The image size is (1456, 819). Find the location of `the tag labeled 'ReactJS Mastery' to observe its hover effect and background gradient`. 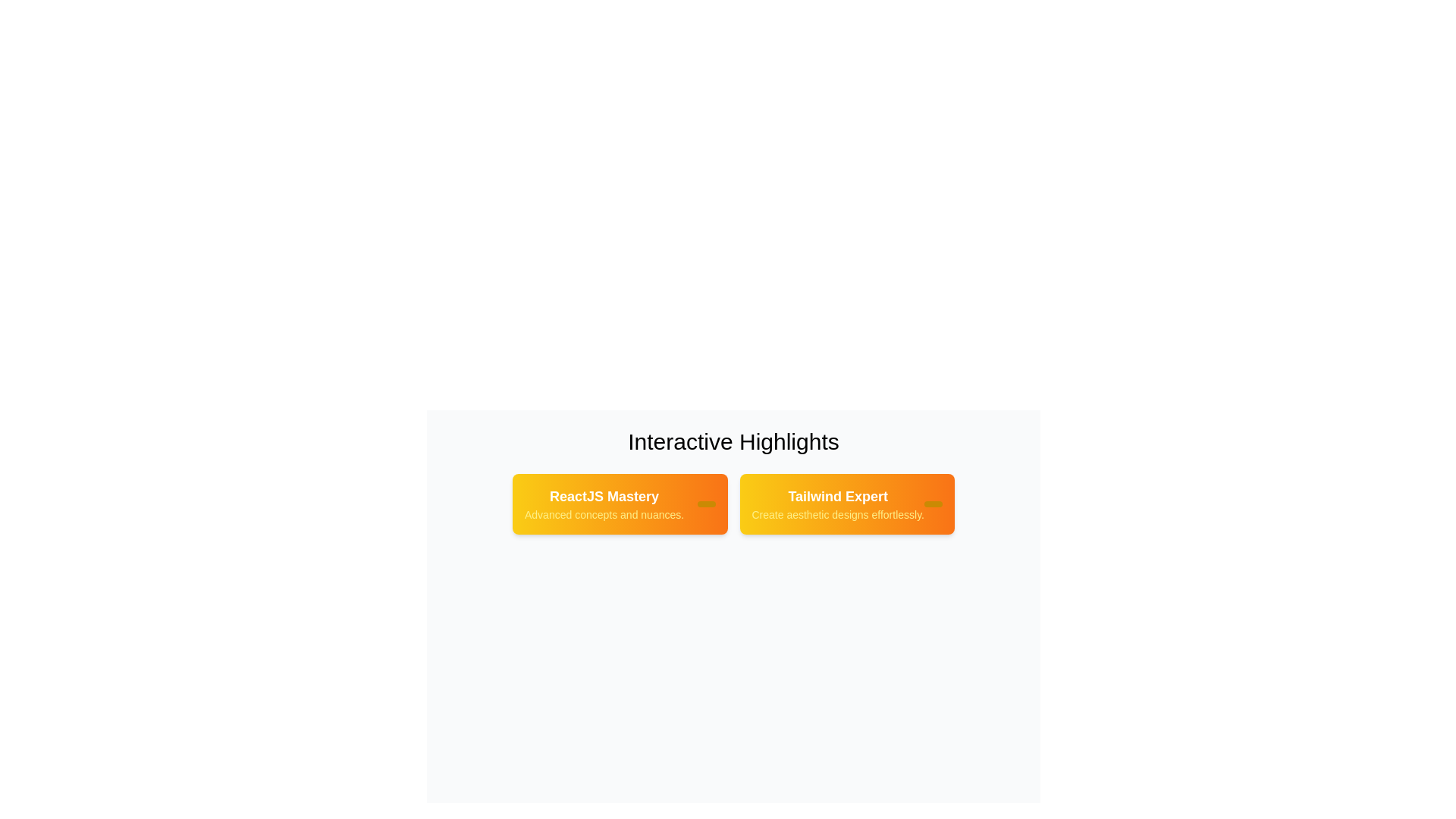

the tag labeled 'ReactJS Mastery' to observe its hover effect and background gradient is located at coordinates (620, 504).